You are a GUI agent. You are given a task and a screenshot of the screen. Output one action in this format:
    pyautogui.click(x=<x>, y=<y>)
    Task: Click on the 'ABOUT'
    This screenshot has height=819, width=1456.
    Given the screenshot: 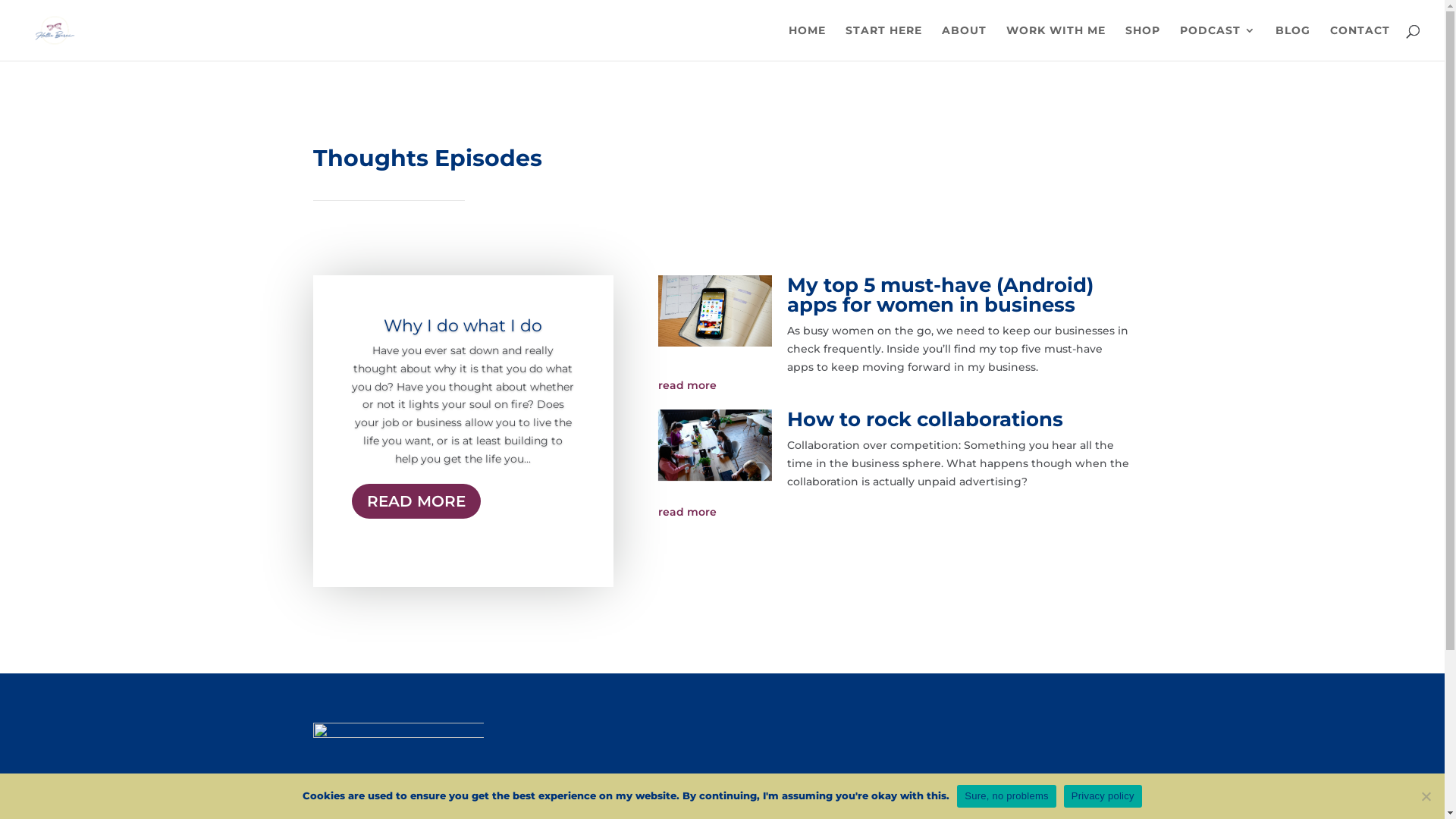 What is the action you would take?
    pyautogui.click(x=941, y=42)
    